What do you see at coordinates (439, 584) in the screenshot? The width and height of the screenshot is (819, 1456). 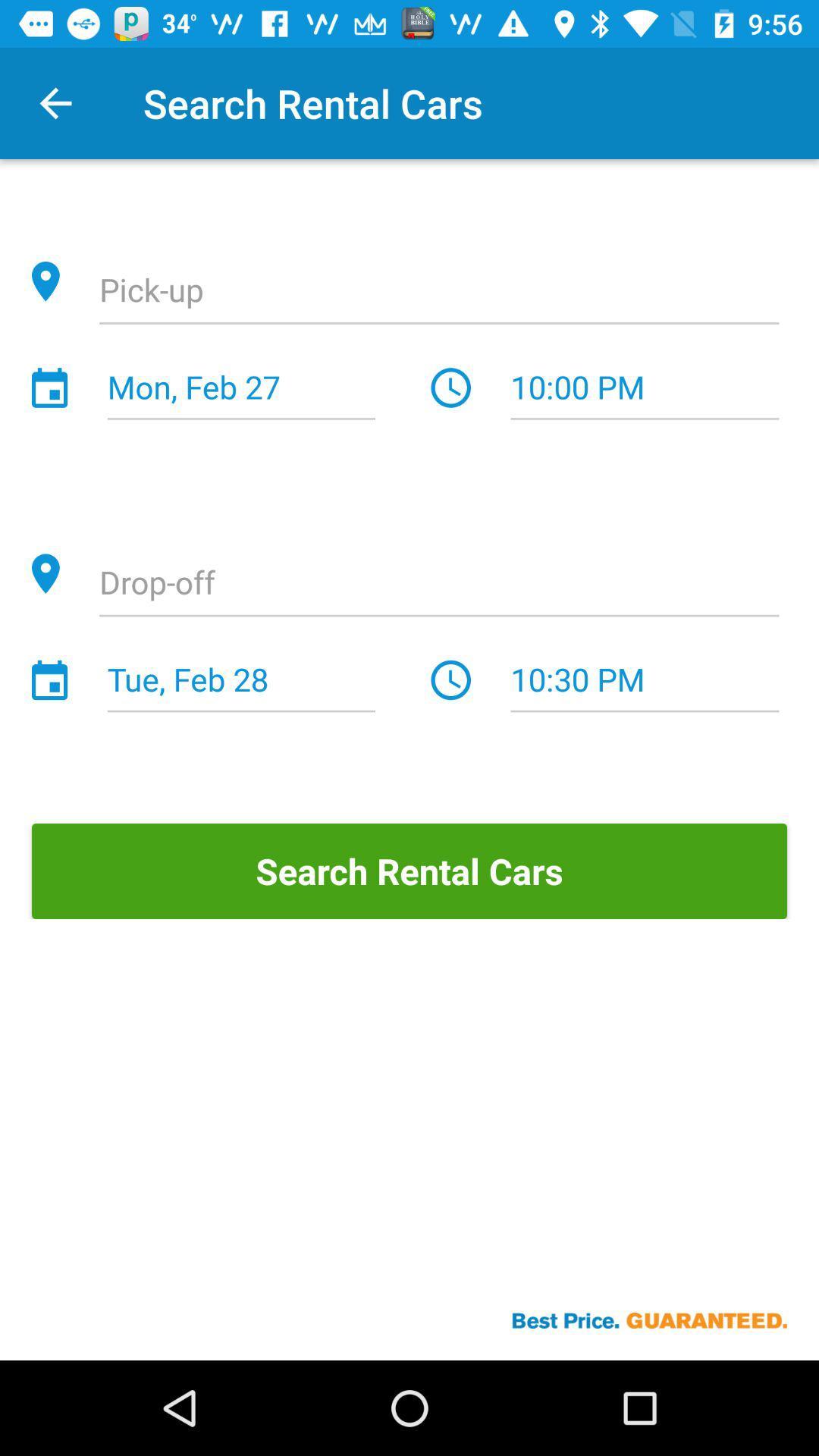 I see `set a time to drop off your rental car` at bounding box center [439, 584].